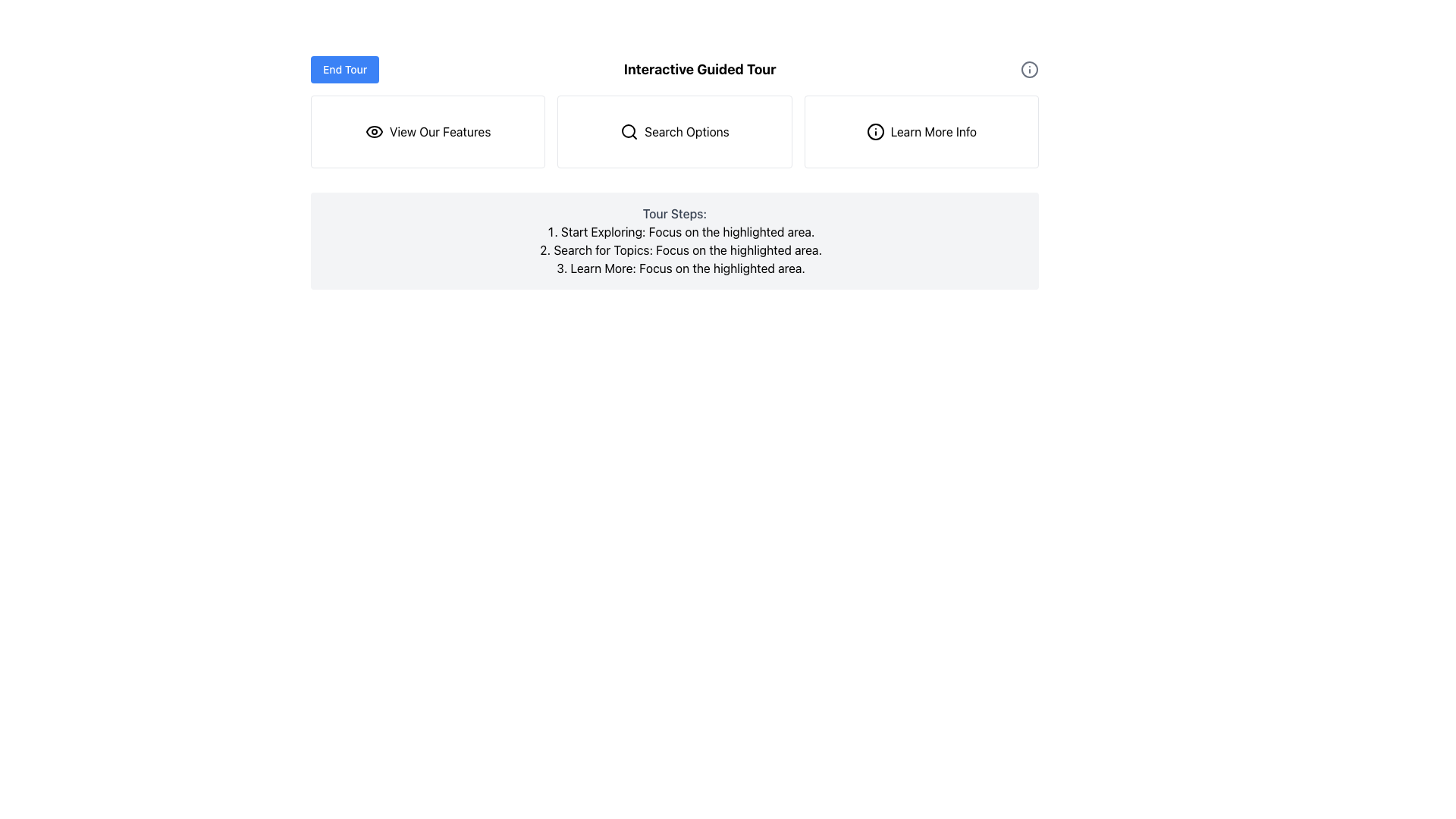  I want to click on the circular icon within the 'Search Options' button, which is the second button from the left in a row of three buttons, so click(629, 130).